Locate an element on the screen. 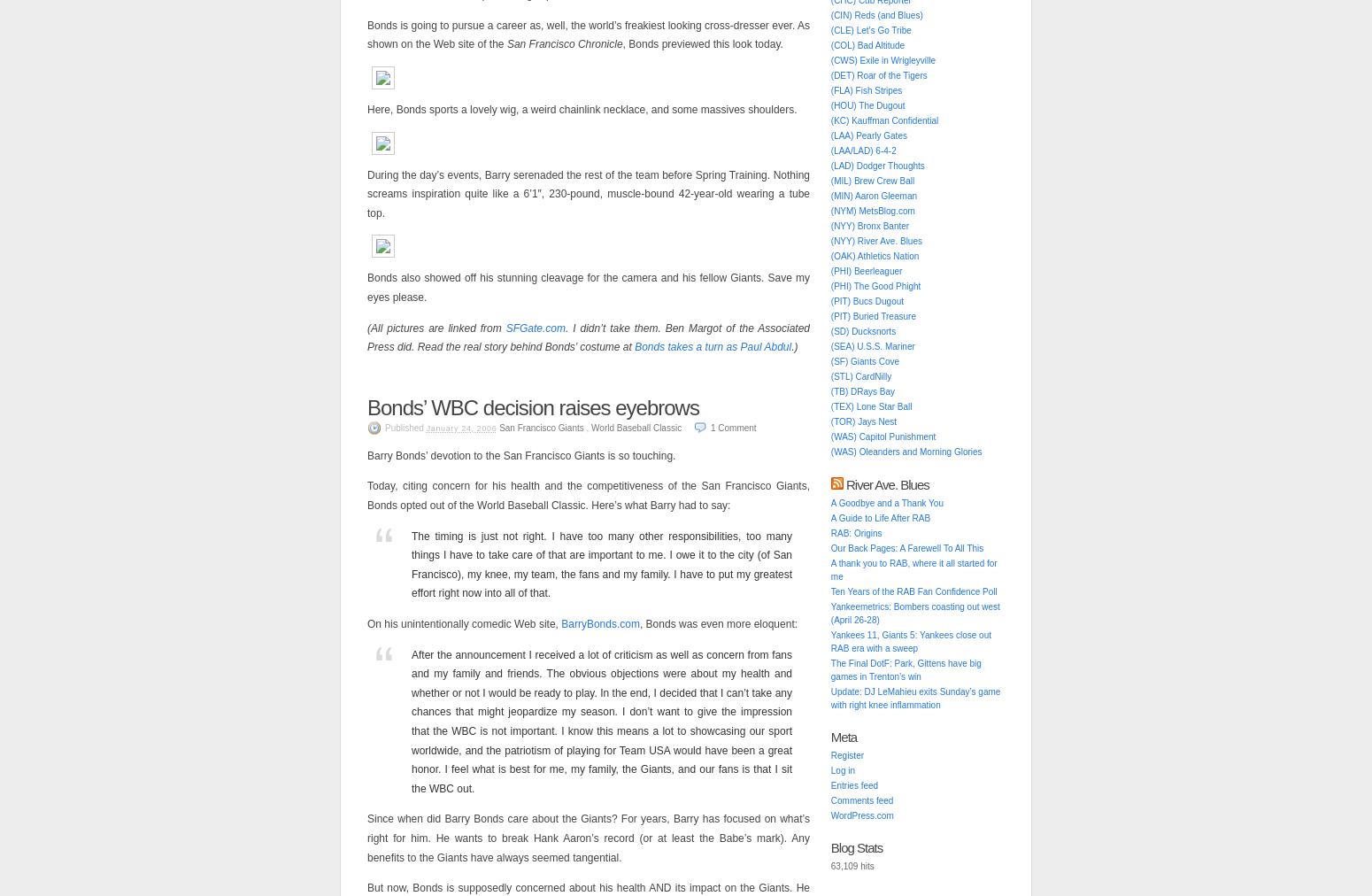 The height and width of the screenshot is (896, 1372). '(KC) Kauffman Confidential' is located at coordinates (883, 120).